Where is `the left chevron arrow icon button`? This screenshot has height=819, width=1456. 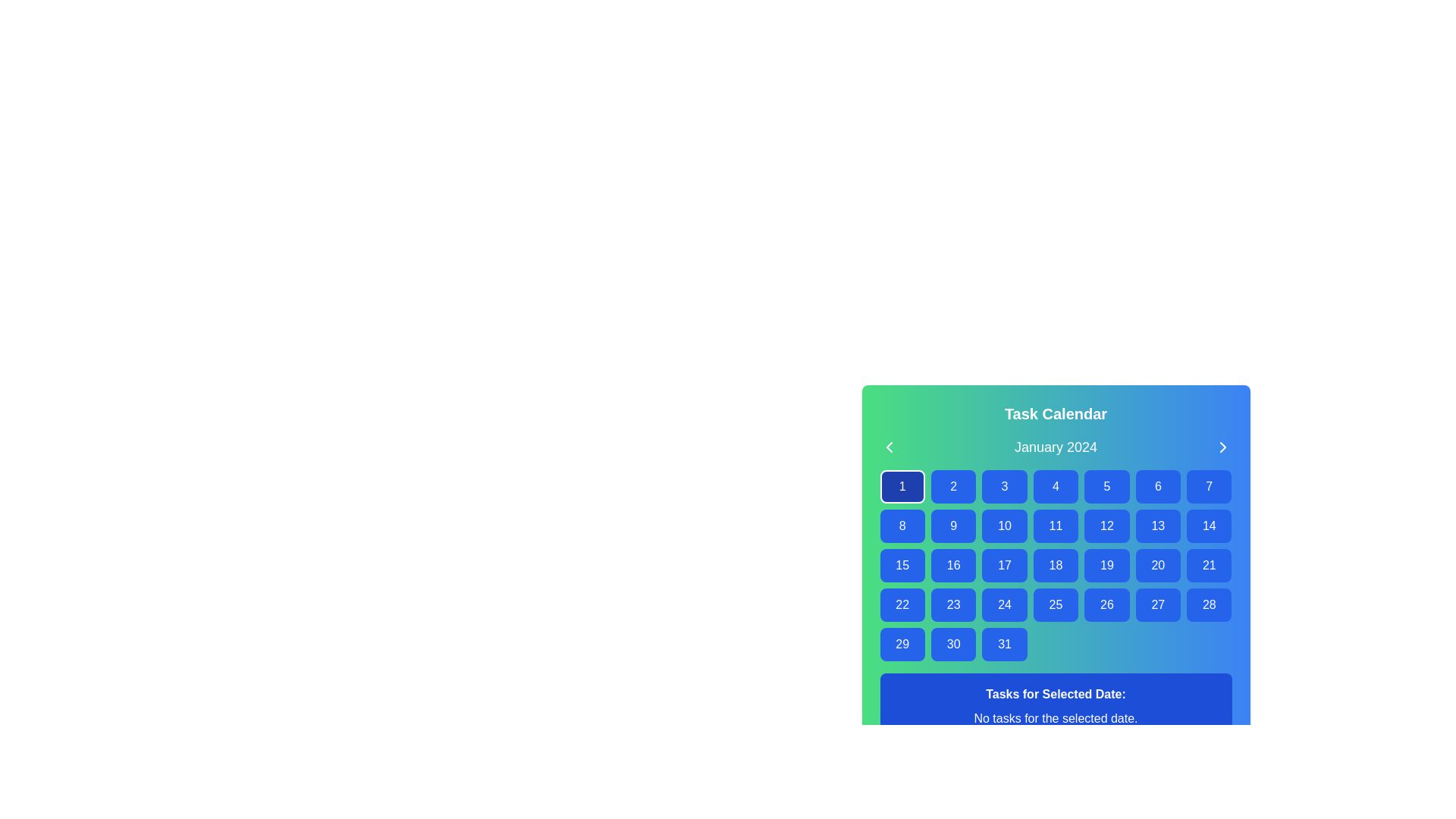 the left chevron arrow icon button is located at coordinates (889, 447).